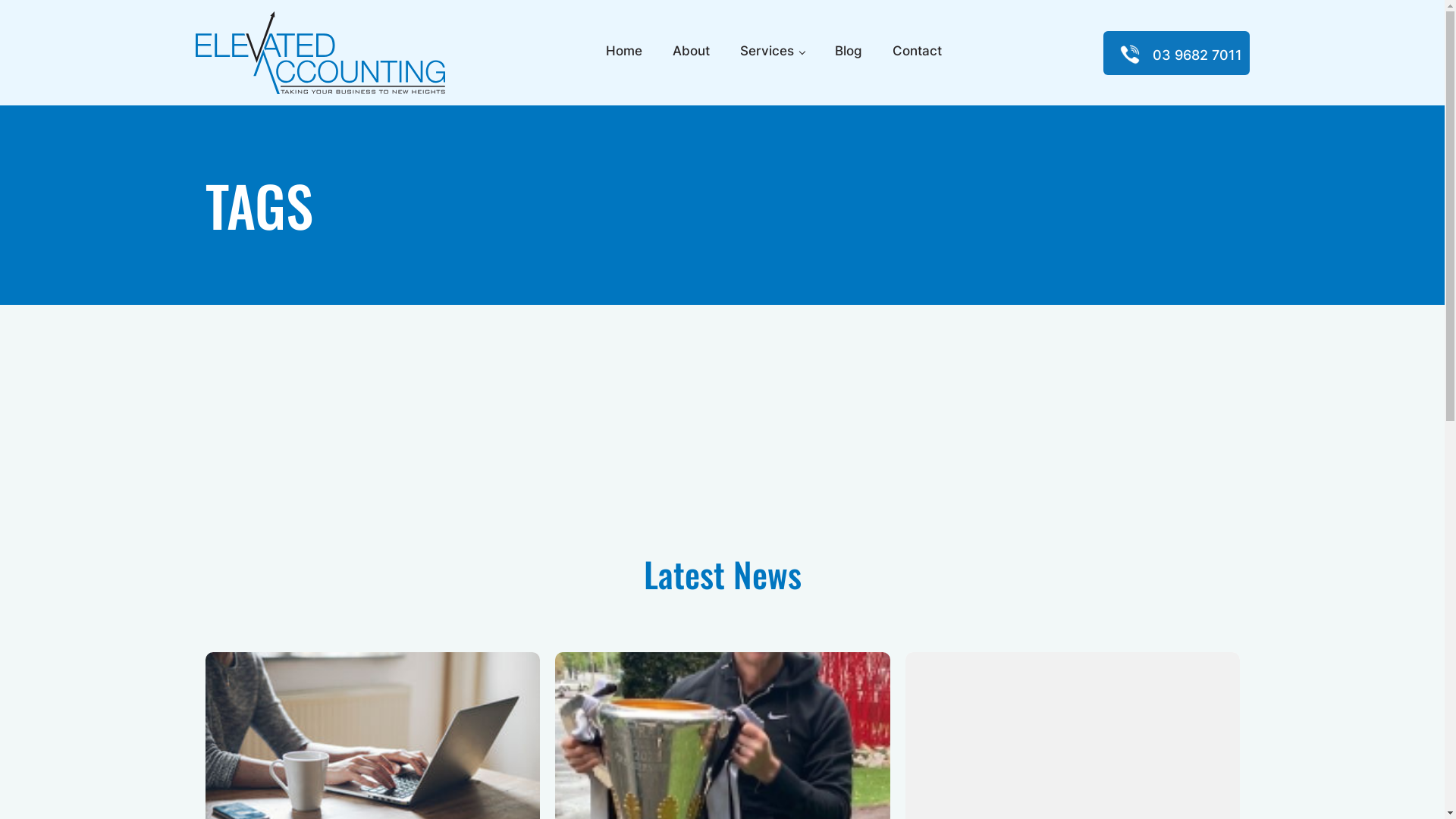  I want to click on 'About', so click(690, 52).